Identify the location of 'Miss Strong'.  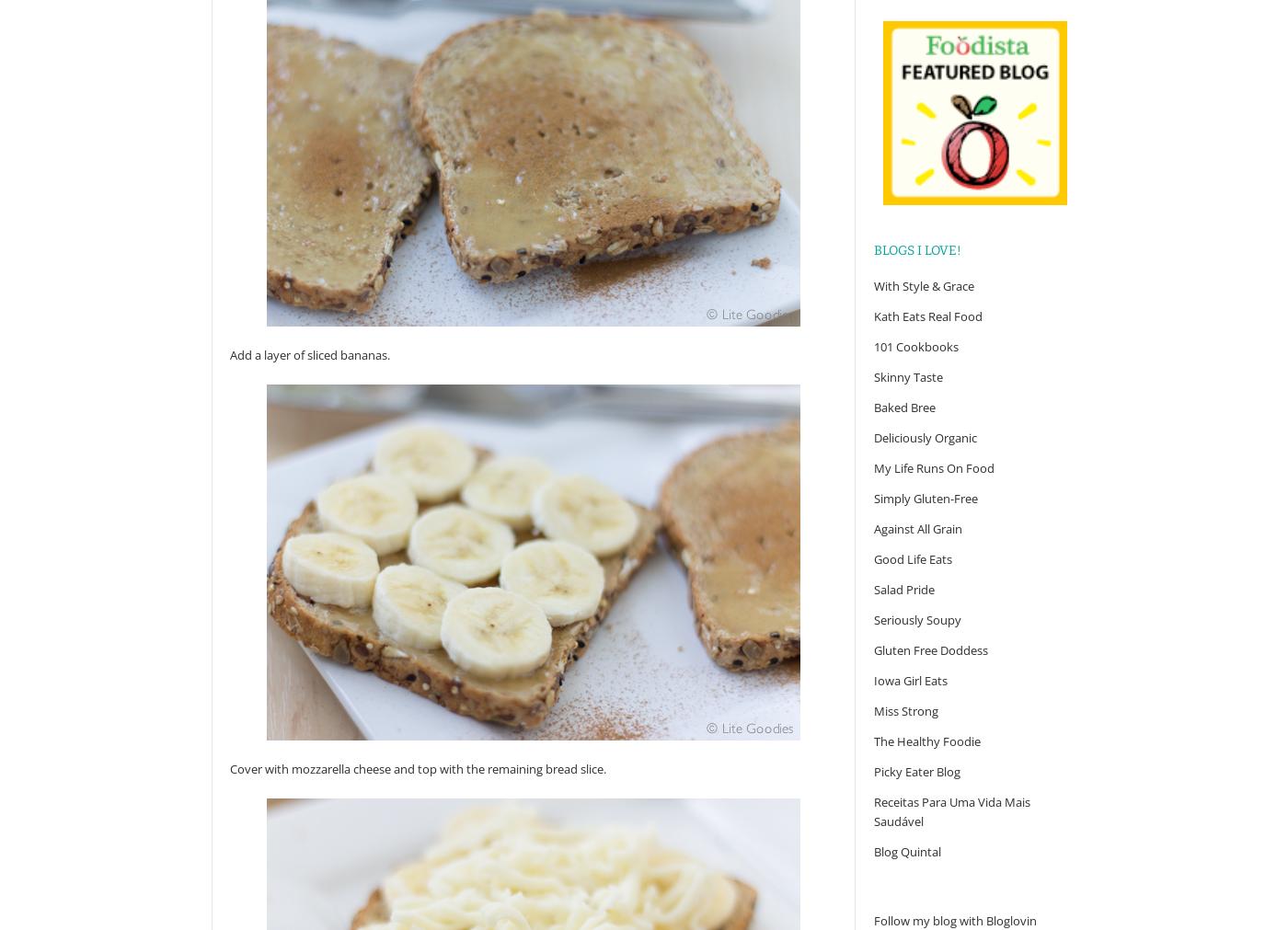
(906, 710).